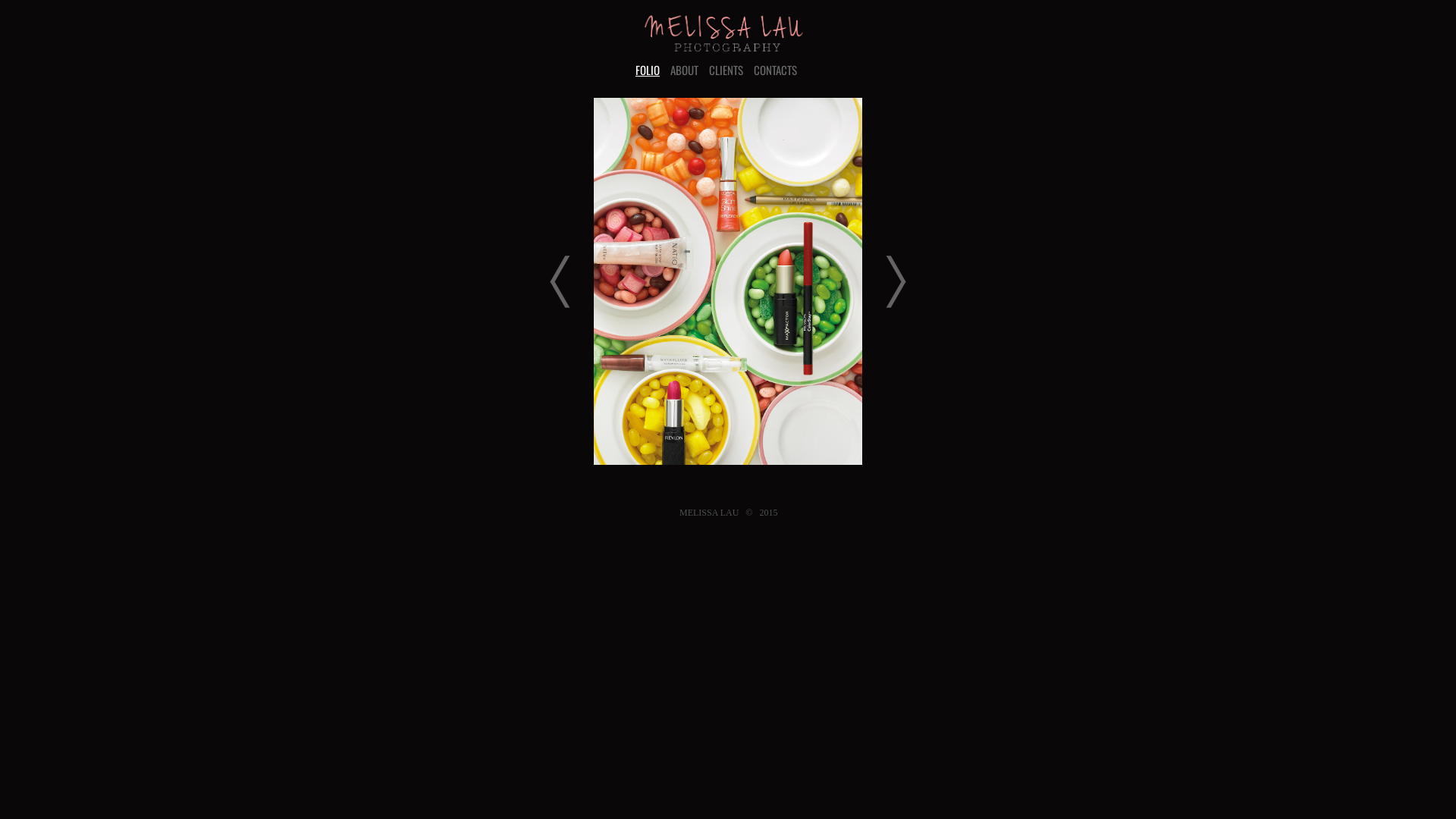 This screenshot has width=1456, height=819. Describe the element at coordinates (669, 70) in the screenshot. I see `'ABOUT'` at that location.